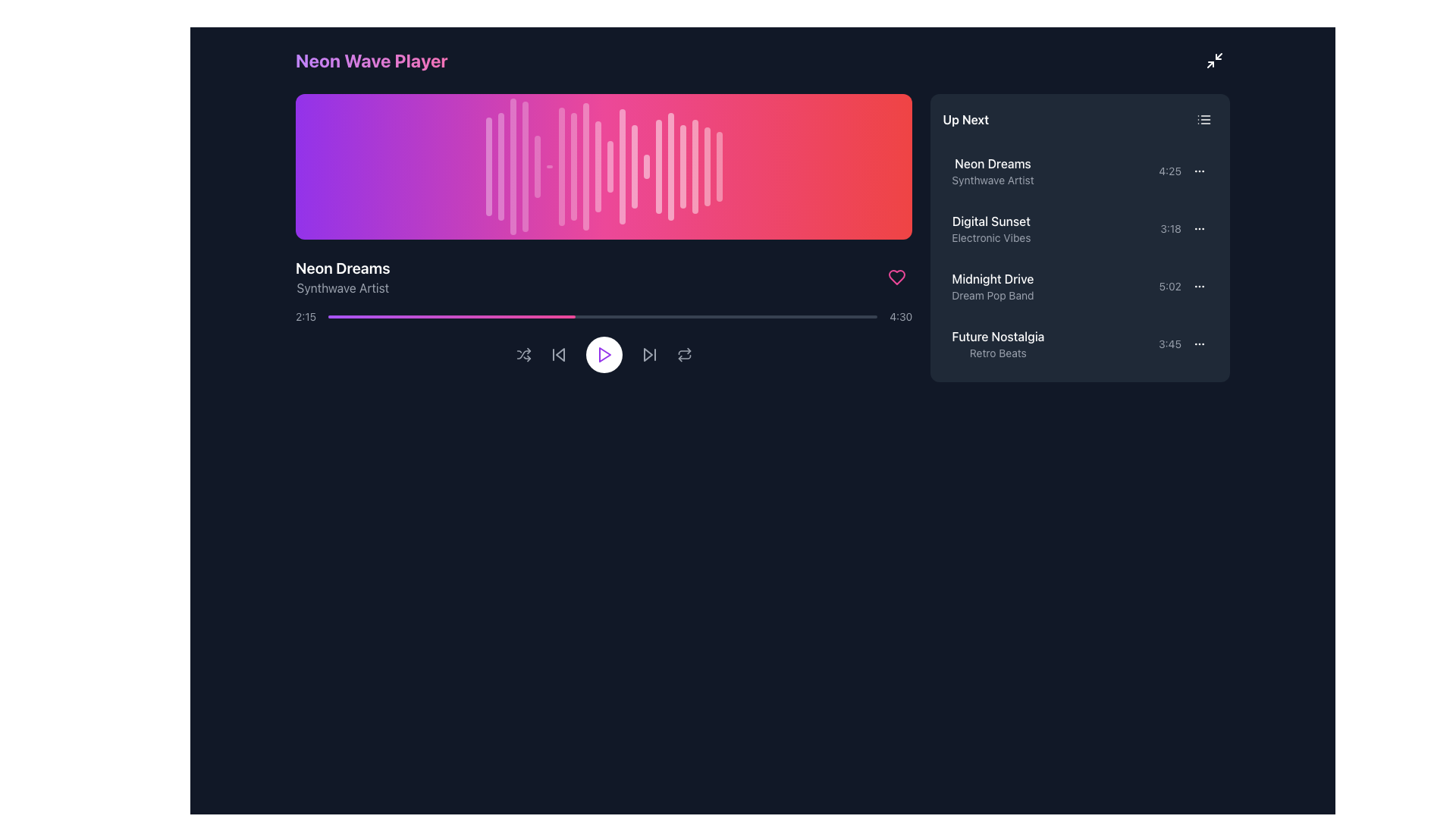 This screenshot has height=819, width=1456. Describe the element at coordinates (1203, 119) in the screenshot. I see `the Icon button located in the upper-right corner of the 'Up Next' section` at that location.